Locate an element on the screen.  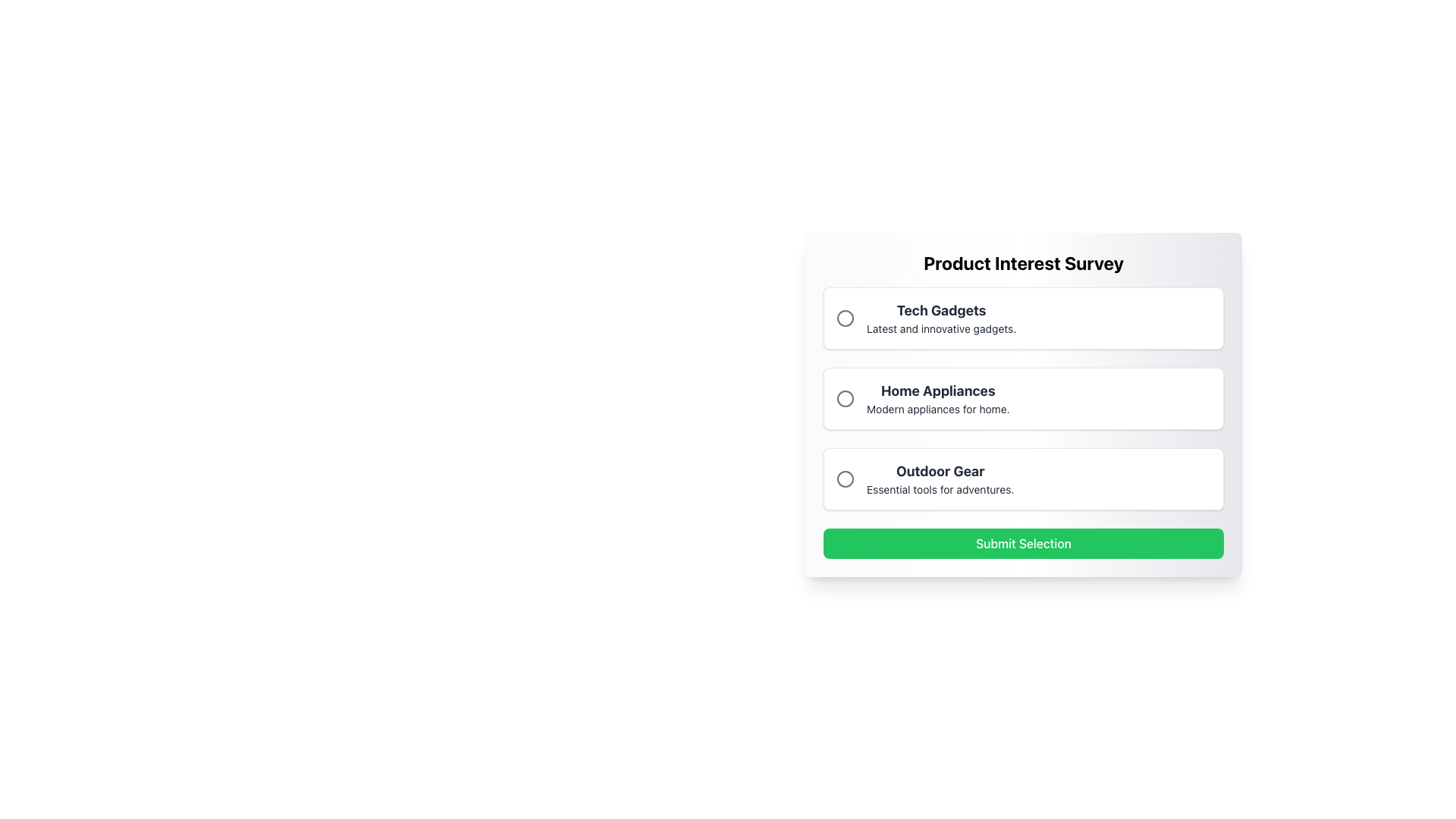
the selectable item titled 'Tech Gadgets' with a white background and a gray border is located at coordinates (1023, 318).